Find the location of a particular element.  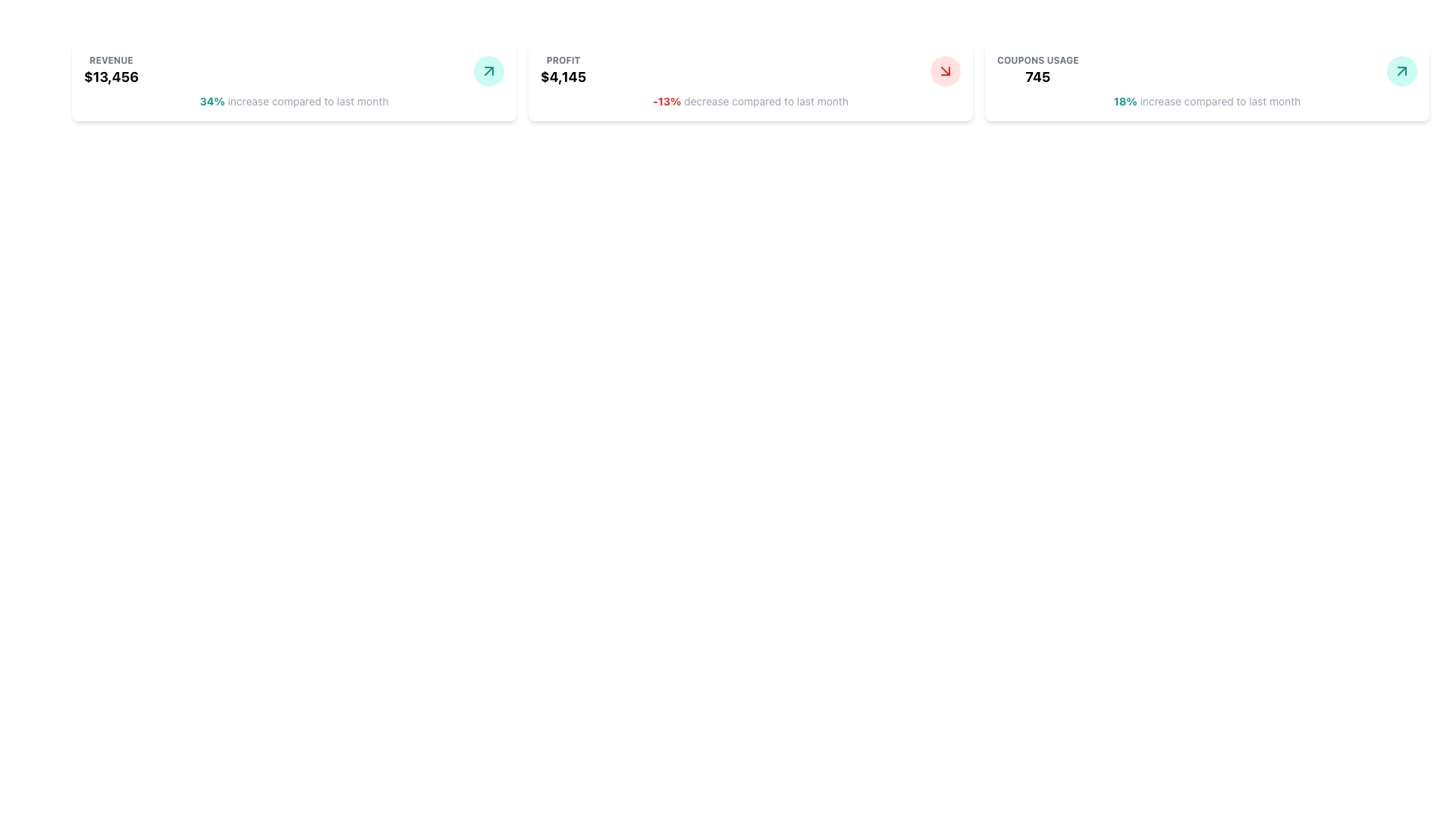

the circular teal icon button with an upward right arrow located to the right of the '745' text in the 'Coupons usage 745' UI component is located at coordinates (1401, 71).